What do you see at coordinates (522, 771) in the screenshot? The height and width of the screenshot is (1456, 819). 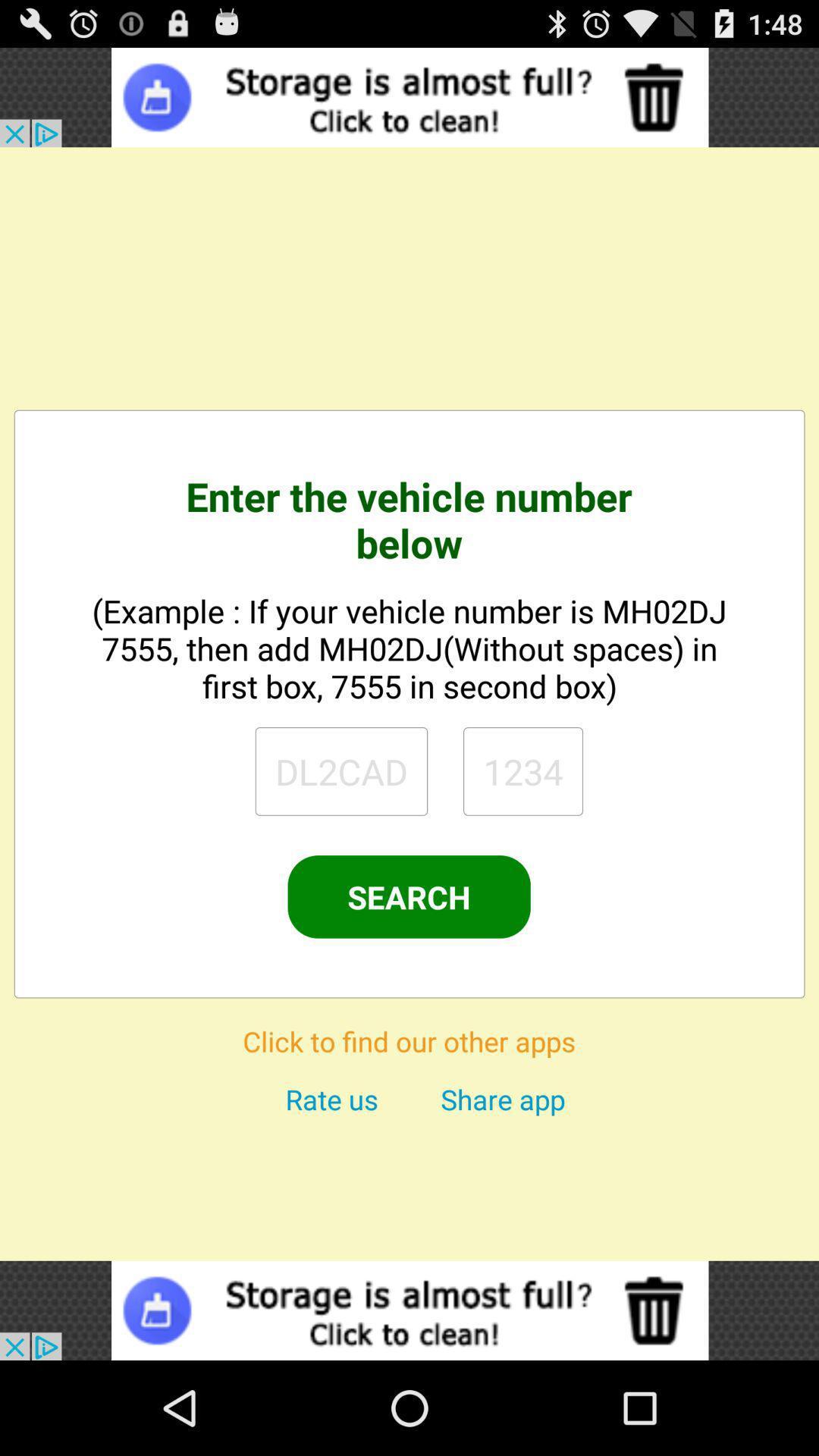 I see `numbers` at bounding box center [522, 771].